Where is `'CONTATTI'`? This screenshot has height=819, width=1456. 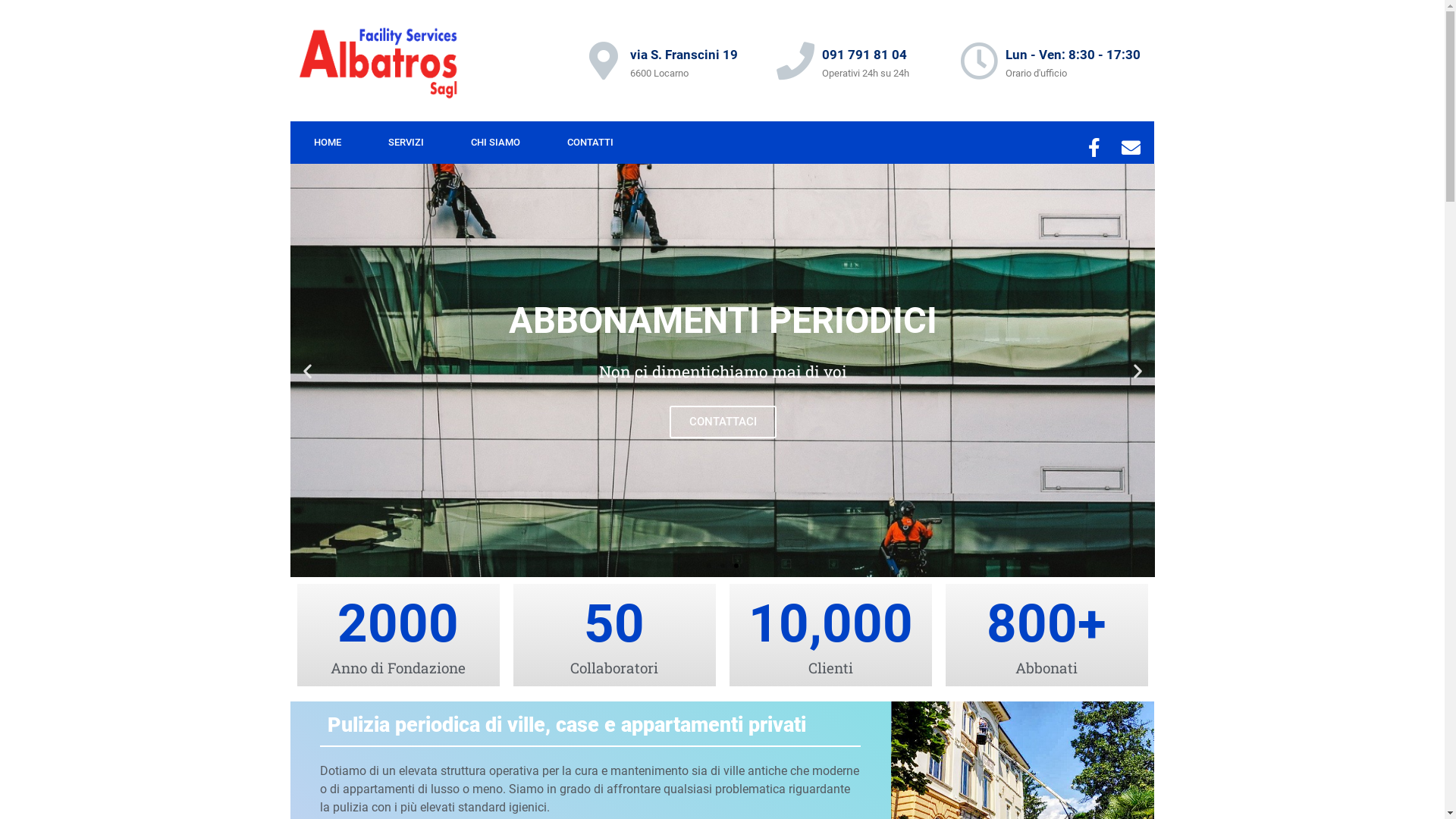
'CONTATTI' is located at coordinates (542, 143).